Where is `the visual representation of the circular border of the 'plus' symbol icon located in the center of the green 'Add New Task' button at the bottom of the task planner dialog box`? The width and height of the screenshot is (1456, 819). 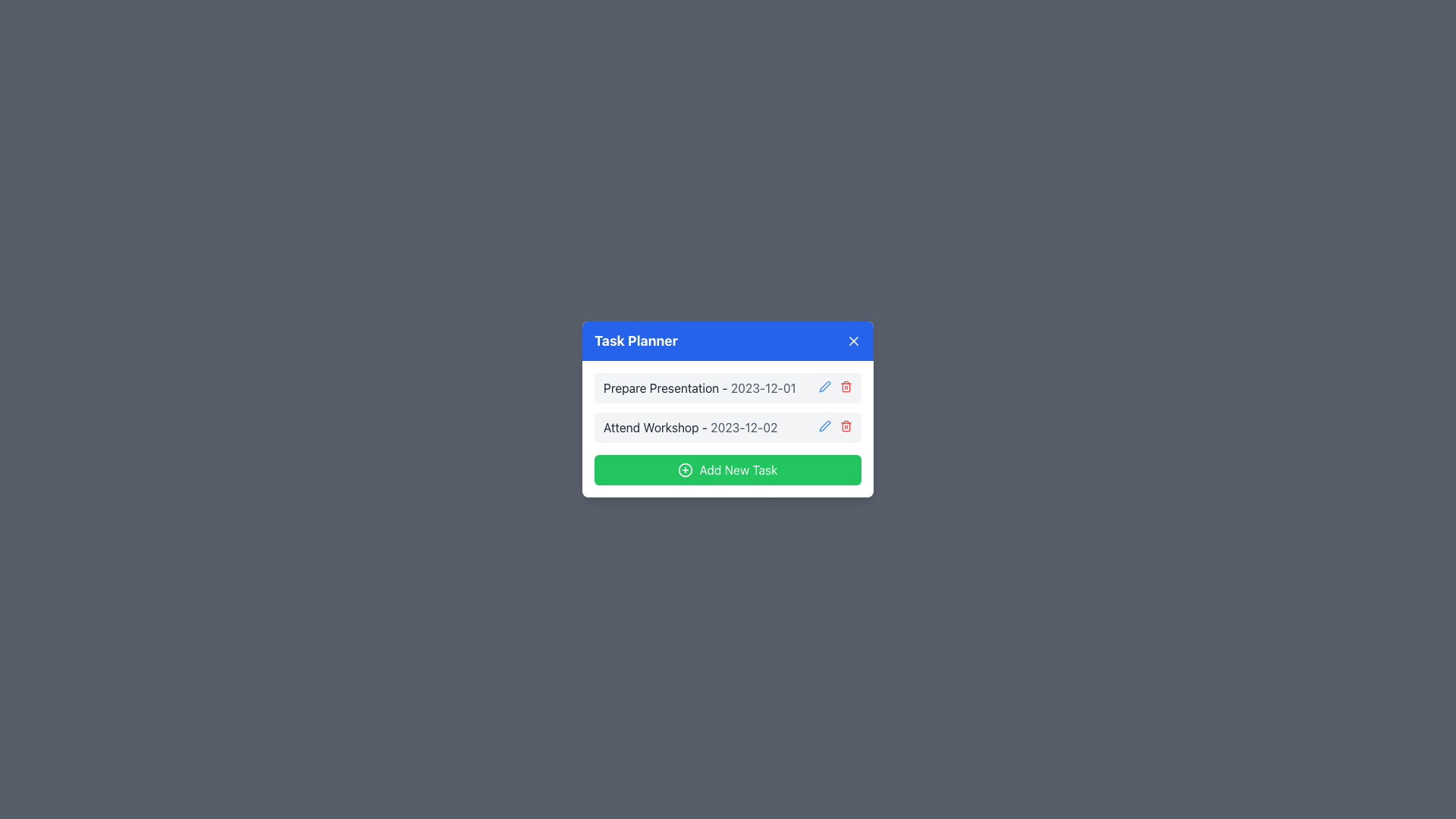 the visual representation of the circular border of the 'plus' symbol icon located in the center of the green 'Add New Task' button at the bottom of the task planner dialog box is located at coordinates (685, 469).